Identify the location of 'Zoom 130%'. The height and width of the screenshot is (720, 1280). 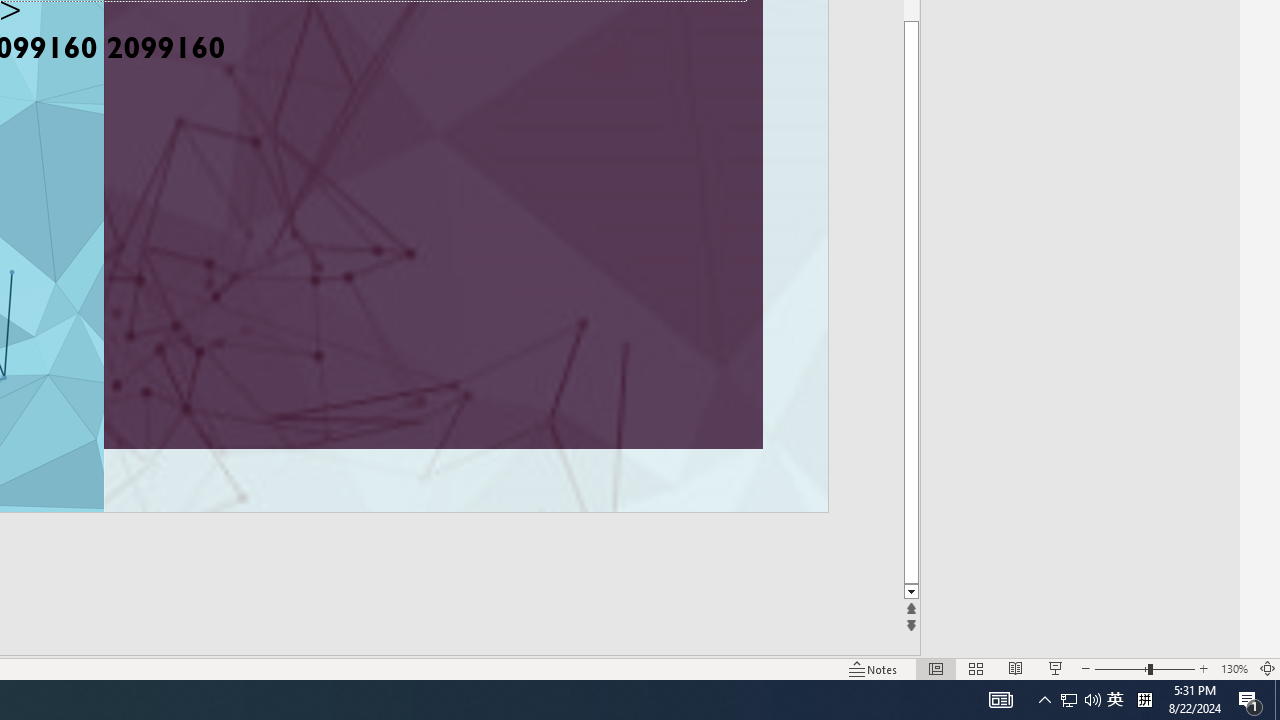
(1233, 669).